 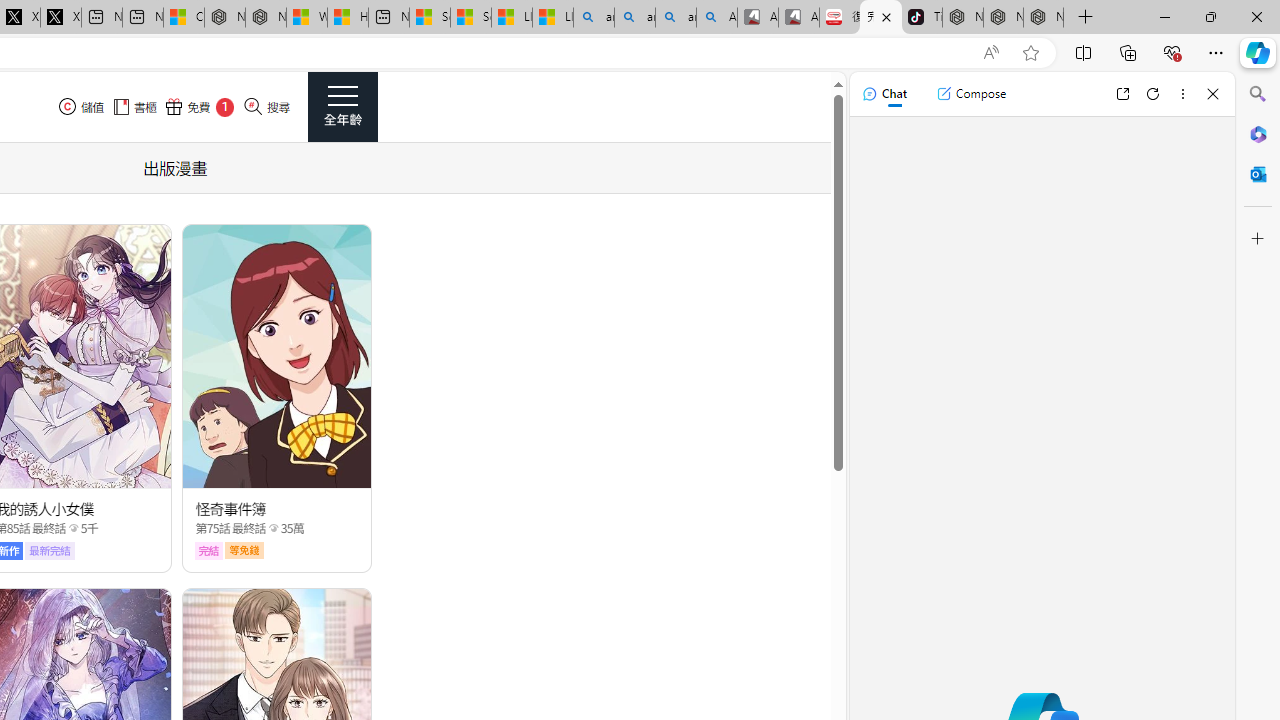 I want to click on 'amazon - Search Images', so click(x=675, y=17).